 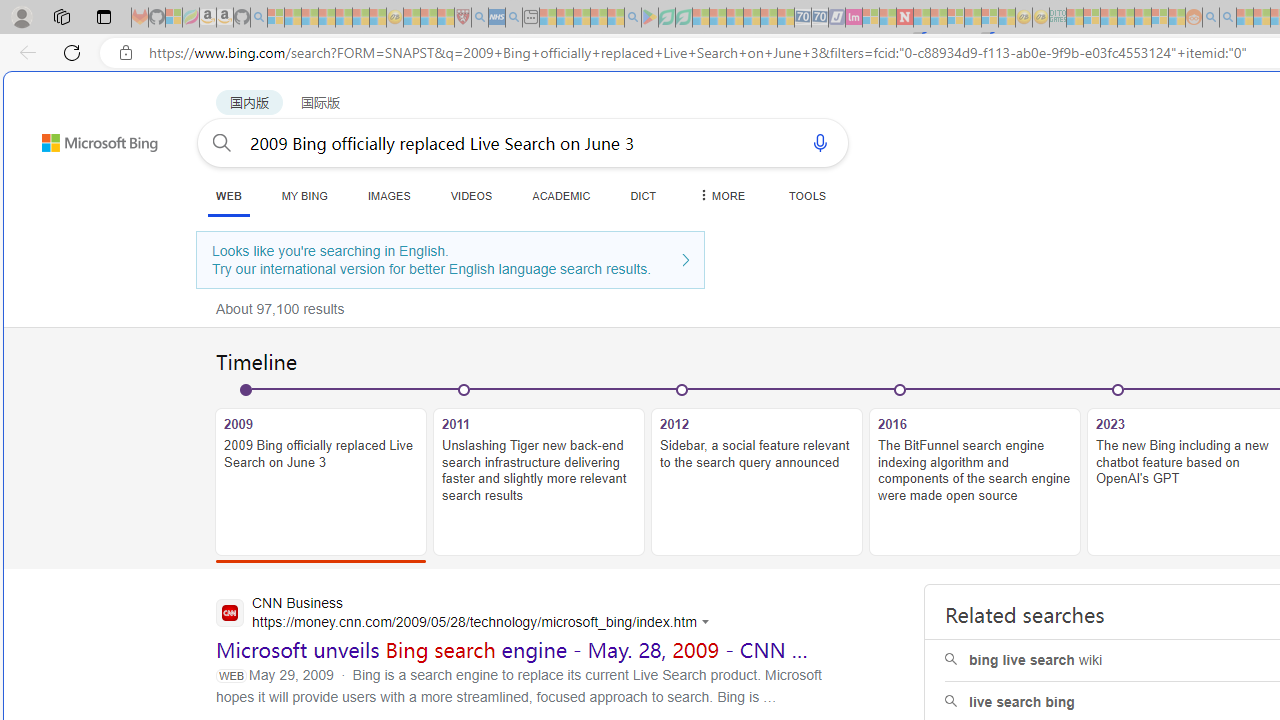 I want to click on '20092009 Bing officially replaced Live Search on June 3', so click(x=321, y=471).